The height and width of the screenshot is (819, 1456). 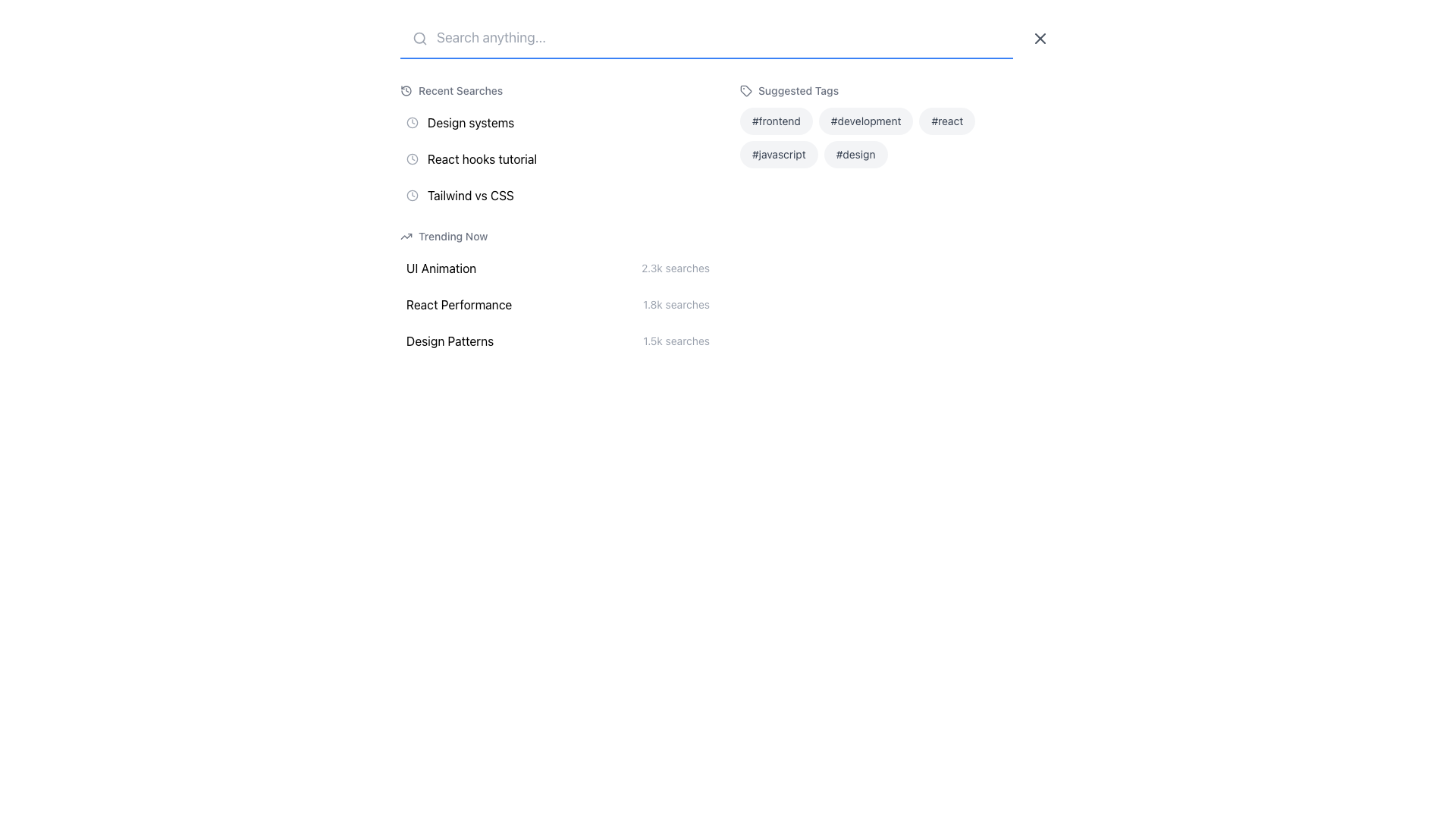 What do you see at coordinates (675, 268) in the screenshot?
I see `the informational label displaying '2.3k searches' positioned to the right of the 'UI Animation' text in the 'Trending Now' section` at bounding box center [675, 268].